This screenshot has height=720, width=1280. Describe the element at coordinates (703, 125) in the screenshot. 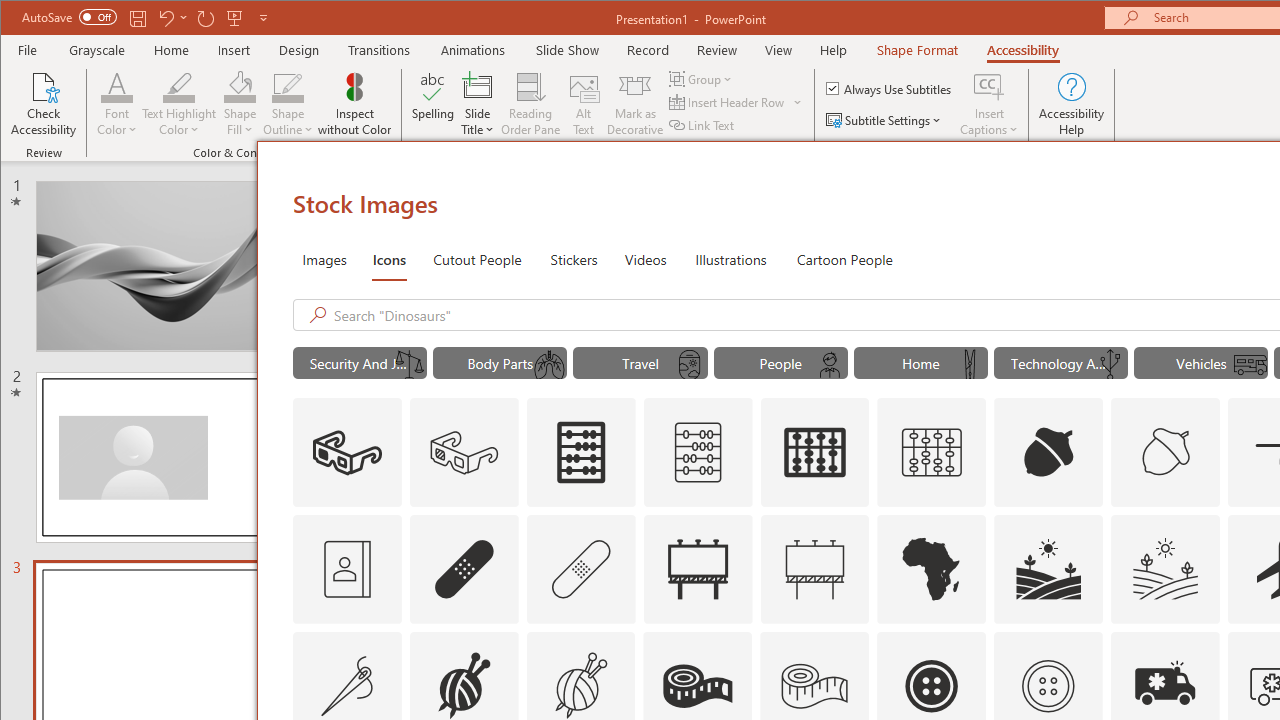

I see `'Link Text'` at that location.